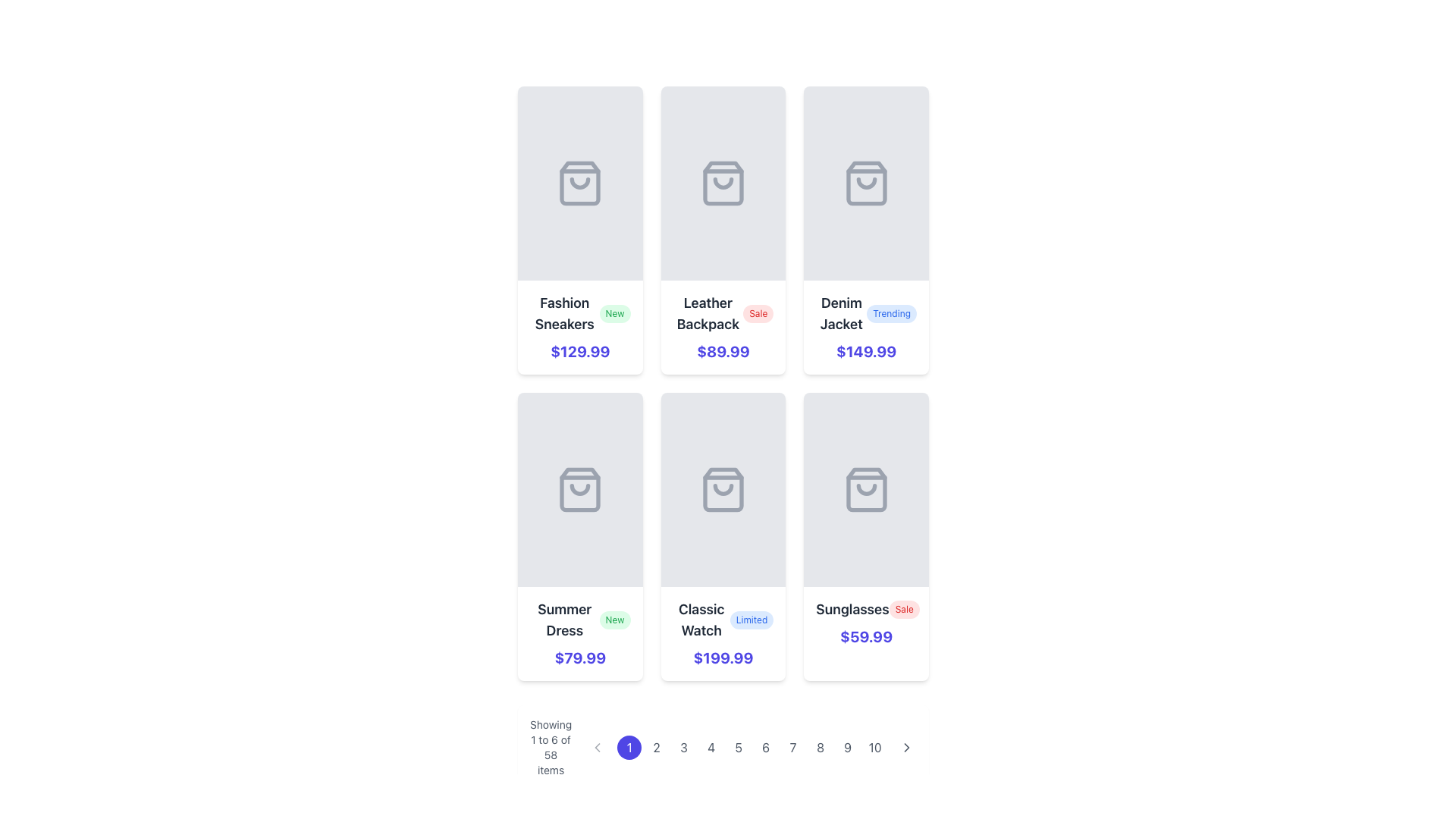  I want to click on decorative image placeholder for the 'Denim Jacket' product, which is positioned in the upper section of a card element displaying the price of $149.99, so click(866, 183).